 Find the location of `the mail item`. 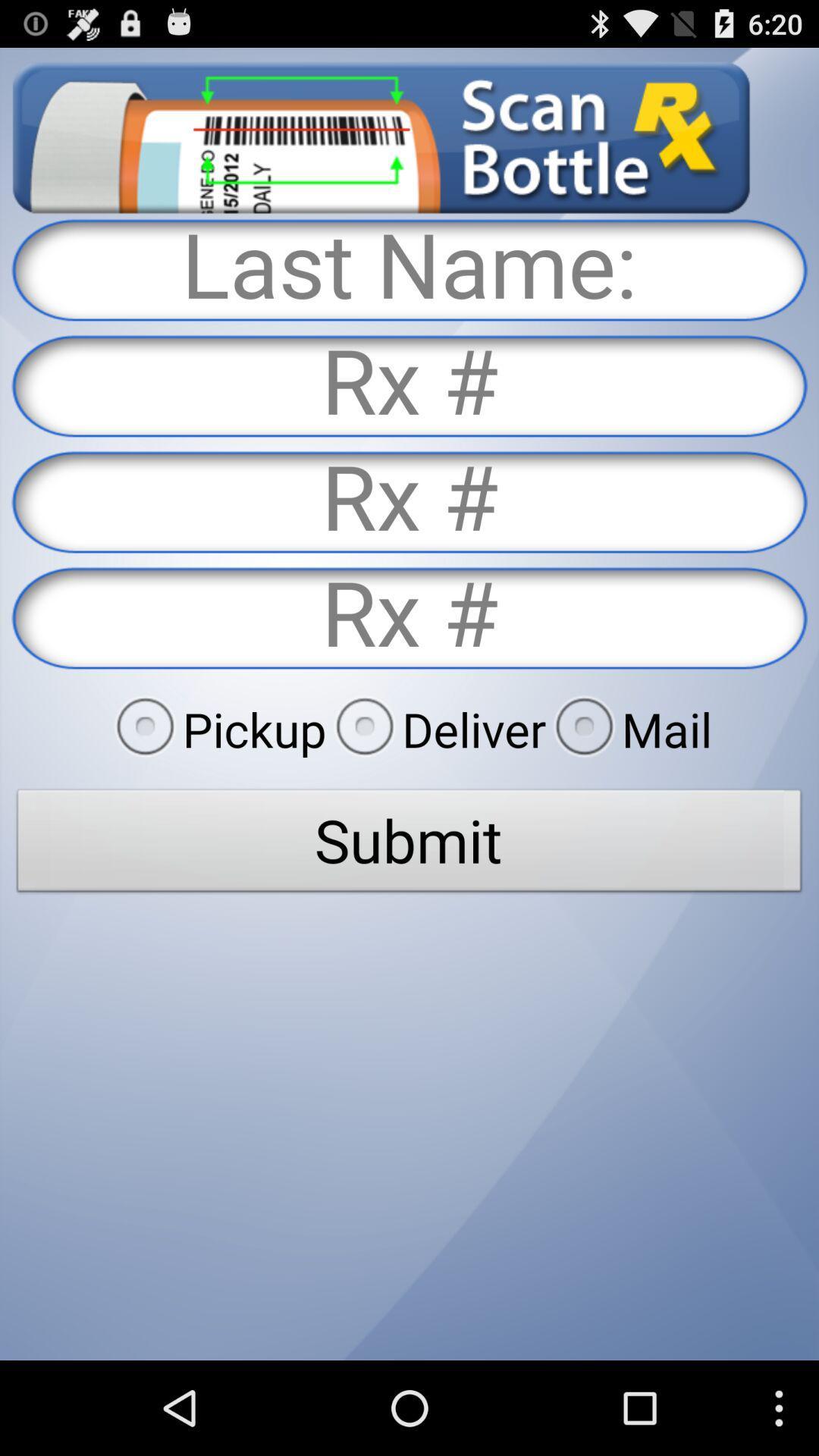

the mail item is located at coordinates (629, 729).